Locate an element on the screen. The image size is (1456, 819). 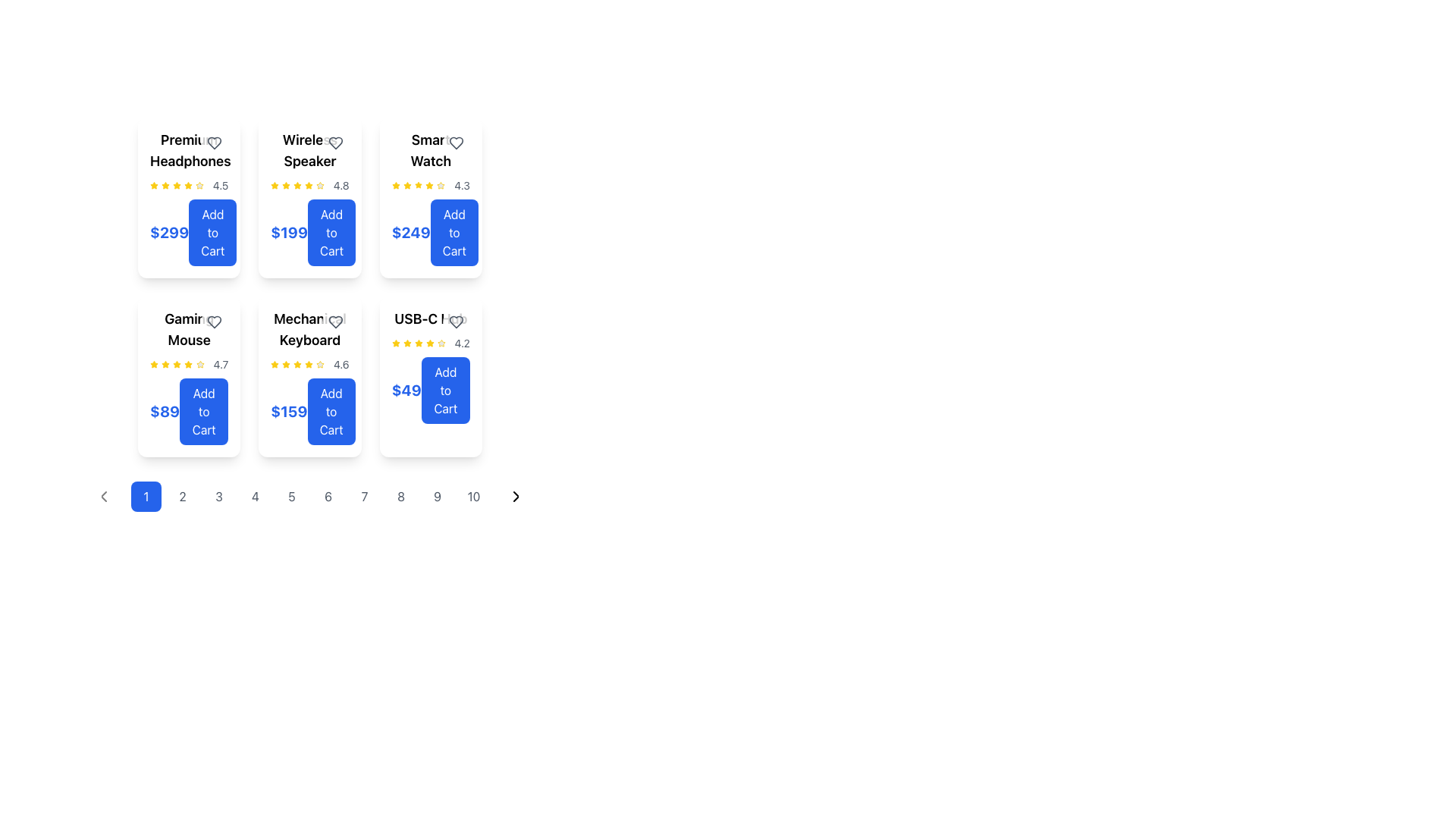
the highlighted yellow star icon in the rating section of the 'USB-C H' card is located at coordinates (429, 343).